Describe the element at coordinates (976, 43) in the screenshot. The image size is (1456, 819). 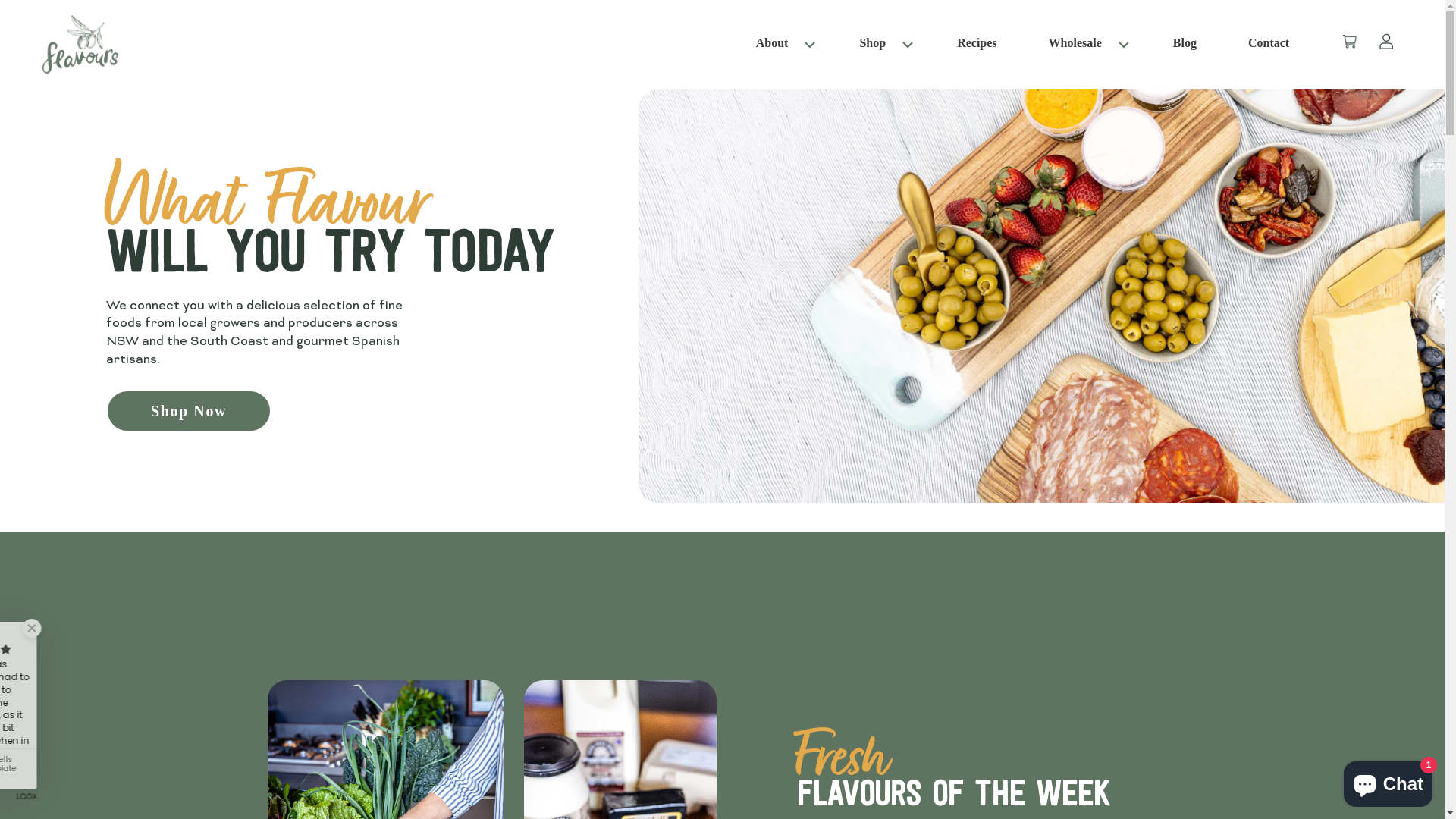
I see `'Recipes'` at that location.